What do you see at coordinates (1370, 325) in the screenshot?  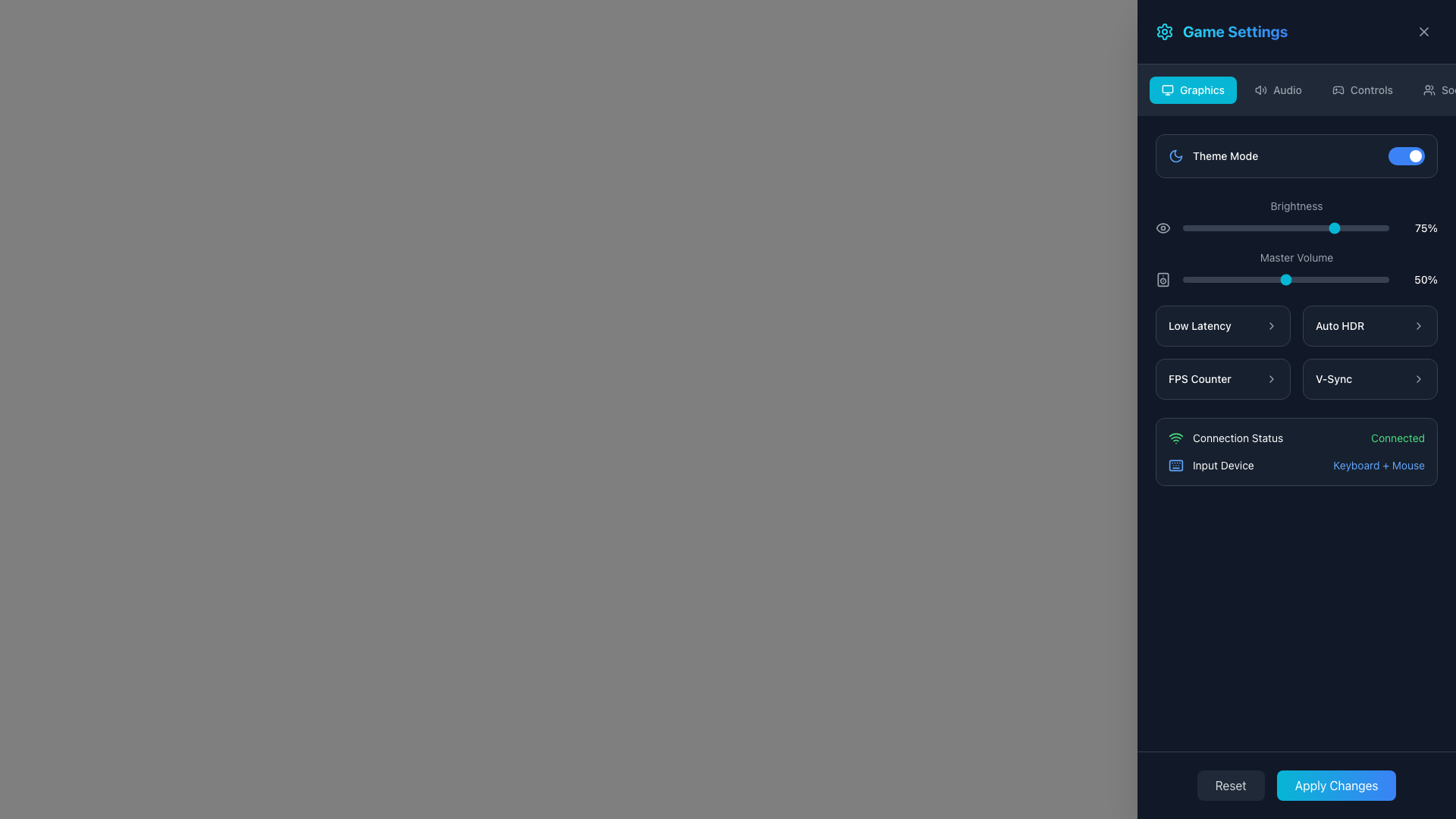 I see `the navigational button for 'Auto HDR', which is the second button in the top row of a two-row grid layout` at bounding box center [1370, 325].